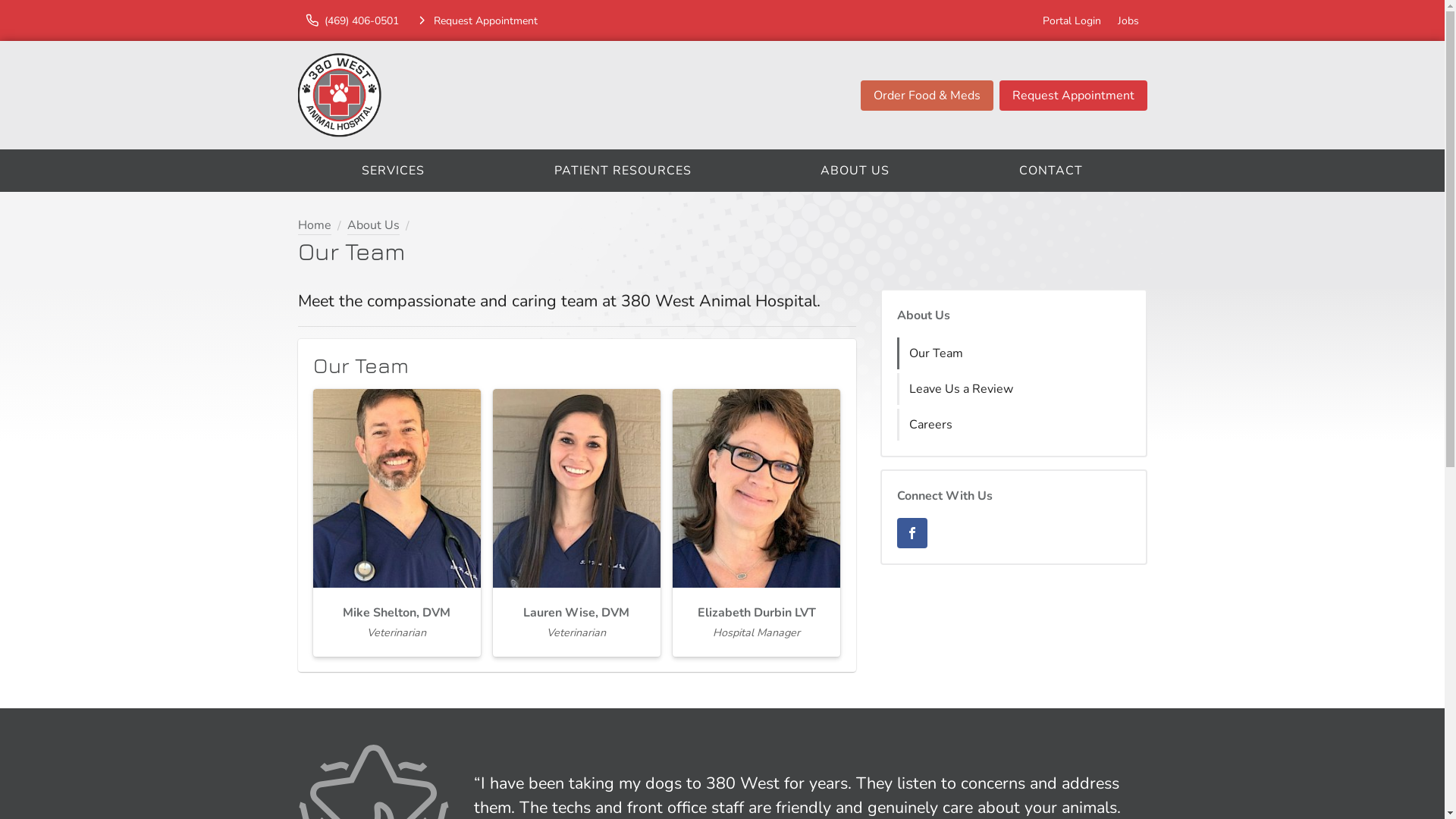 This screenshot has height=819, width=1456. I want to click on 'About Us', so click(922, 315).